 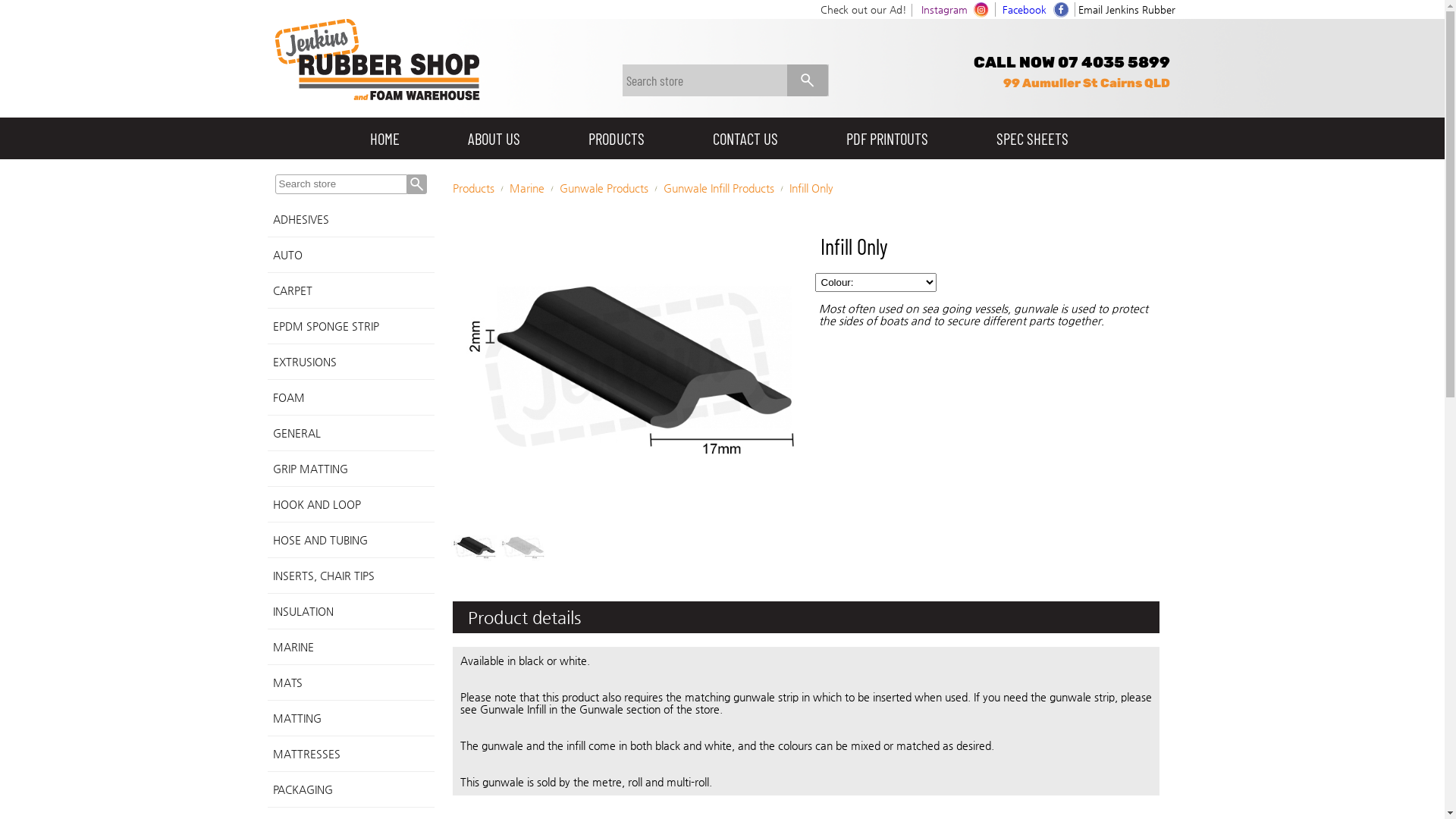 I want to click on 'ADHESIVES', so click(x=266, y=219).